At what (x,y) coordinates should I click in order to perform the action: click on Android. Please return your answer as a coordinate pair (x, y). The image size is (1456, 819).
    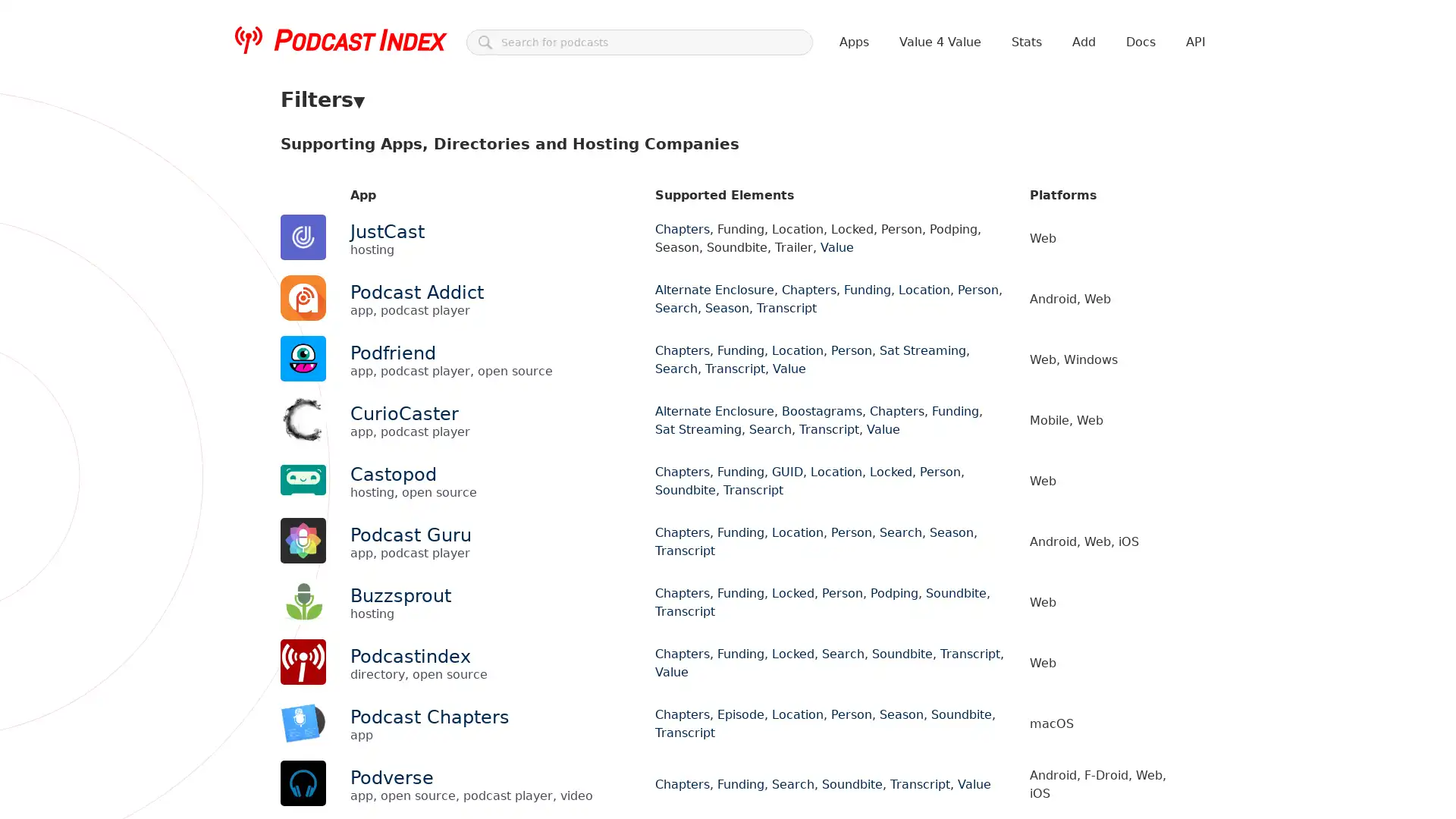
    Looking at the image, I should click on (422, 311).